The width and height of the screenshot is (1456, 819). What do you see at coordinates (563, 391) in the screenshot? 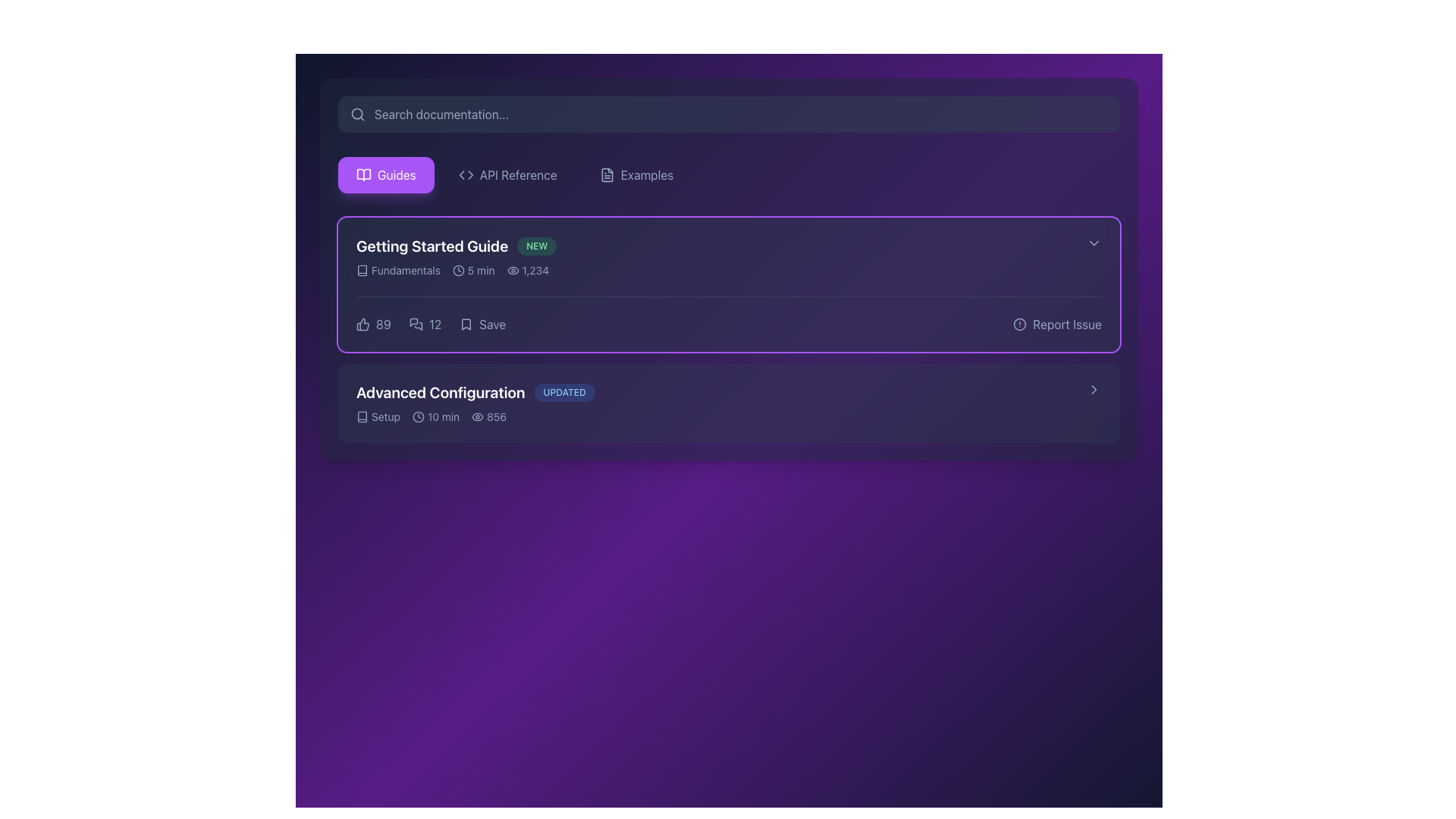
I see `the badge that displays the text 'UPDATED' in uppercase, styled in small text size, with a pill-shaped blue background, positioned to the right of 'Advanced Configuration'` at bounding box center [563, 391].